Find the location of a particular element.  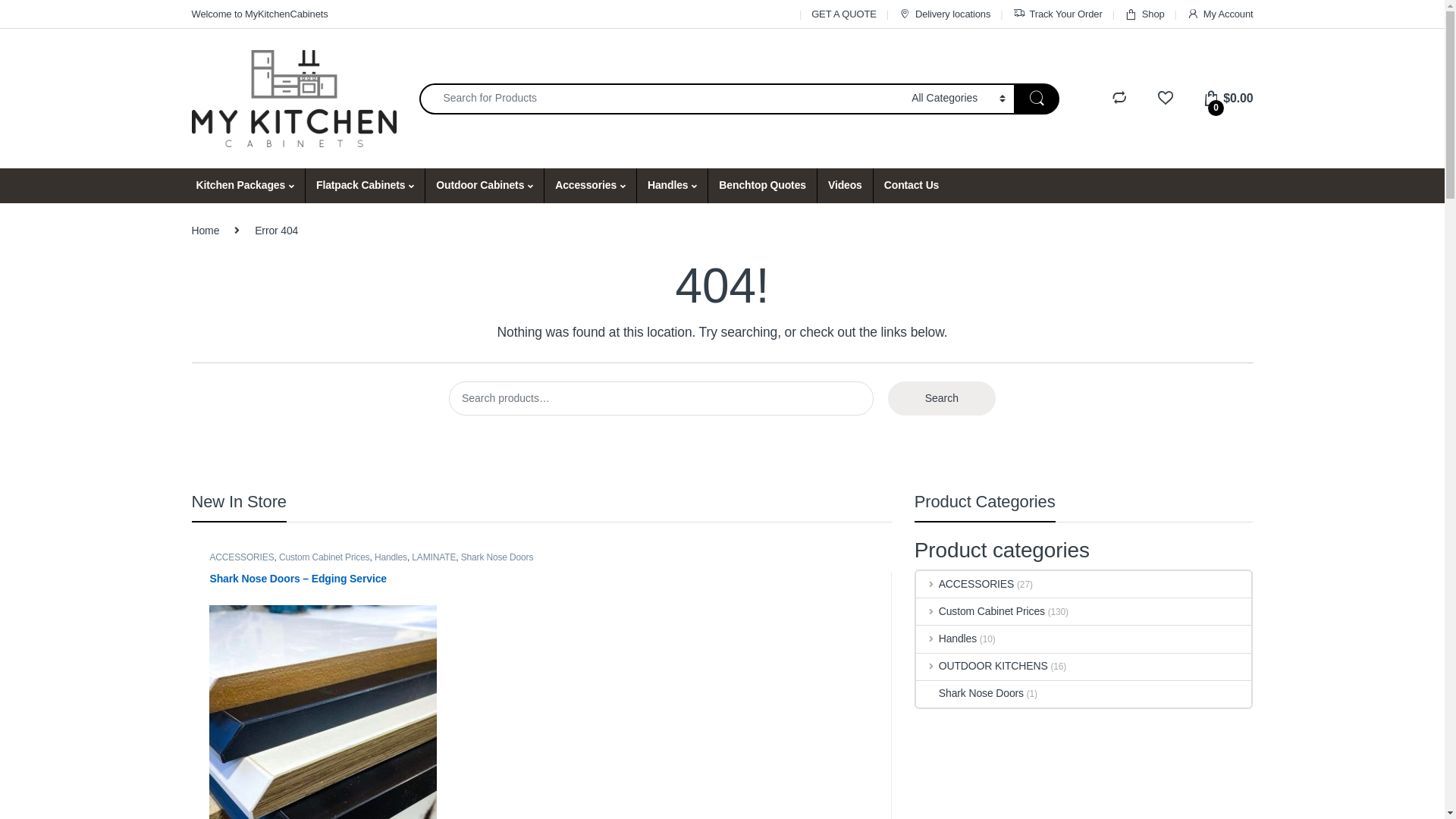

'Outdoor Cabinets' is located at coordinates (425, 185).